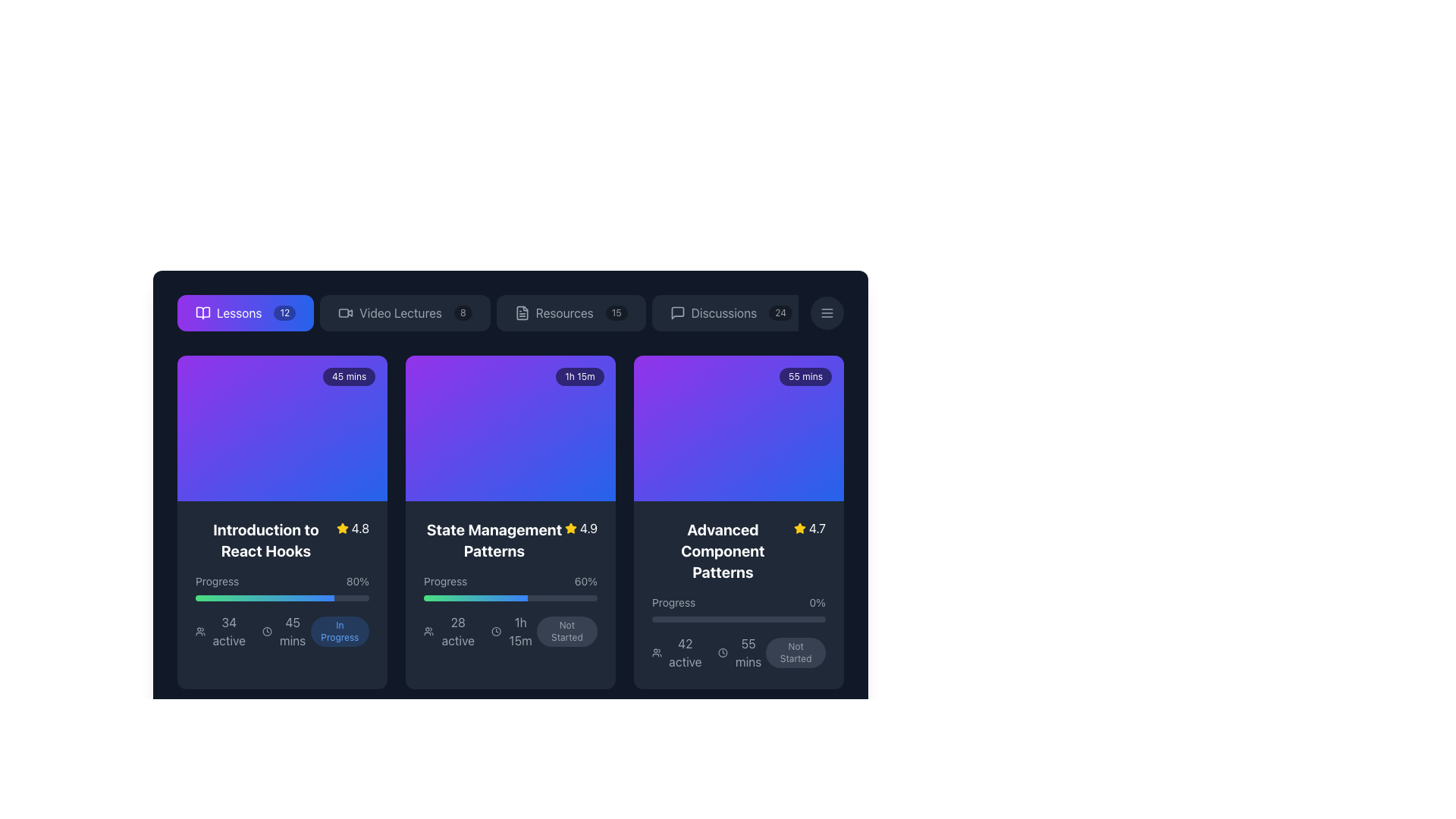 Image resolution: width=1456 pixels, height=819 pixels. Describe the element at coordinates (291, 598) in the screenshot. I see `progress` at that location.